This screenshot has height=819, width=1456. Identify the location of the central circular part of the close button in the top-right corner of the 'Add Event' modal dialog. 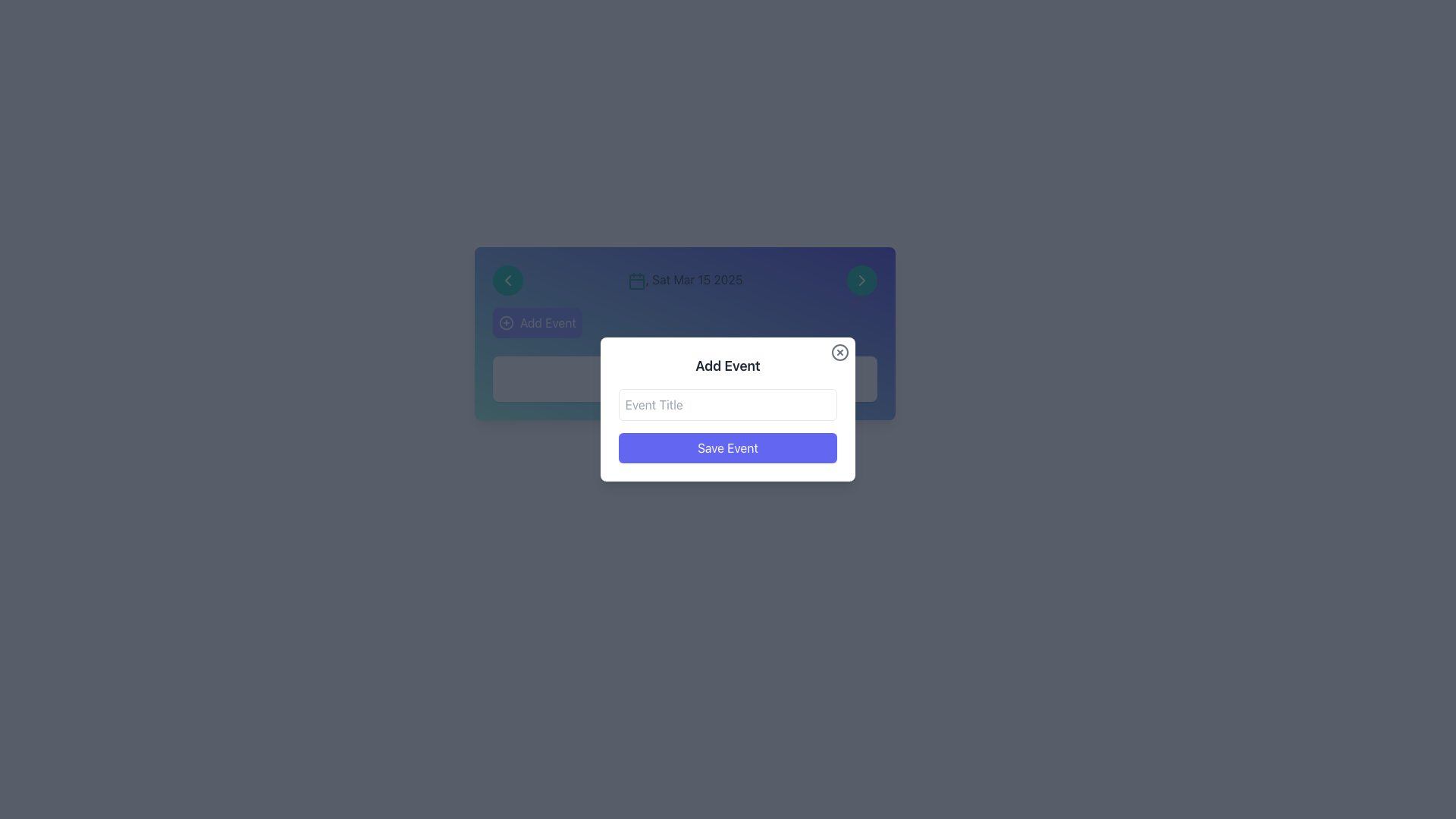
(839, 353).